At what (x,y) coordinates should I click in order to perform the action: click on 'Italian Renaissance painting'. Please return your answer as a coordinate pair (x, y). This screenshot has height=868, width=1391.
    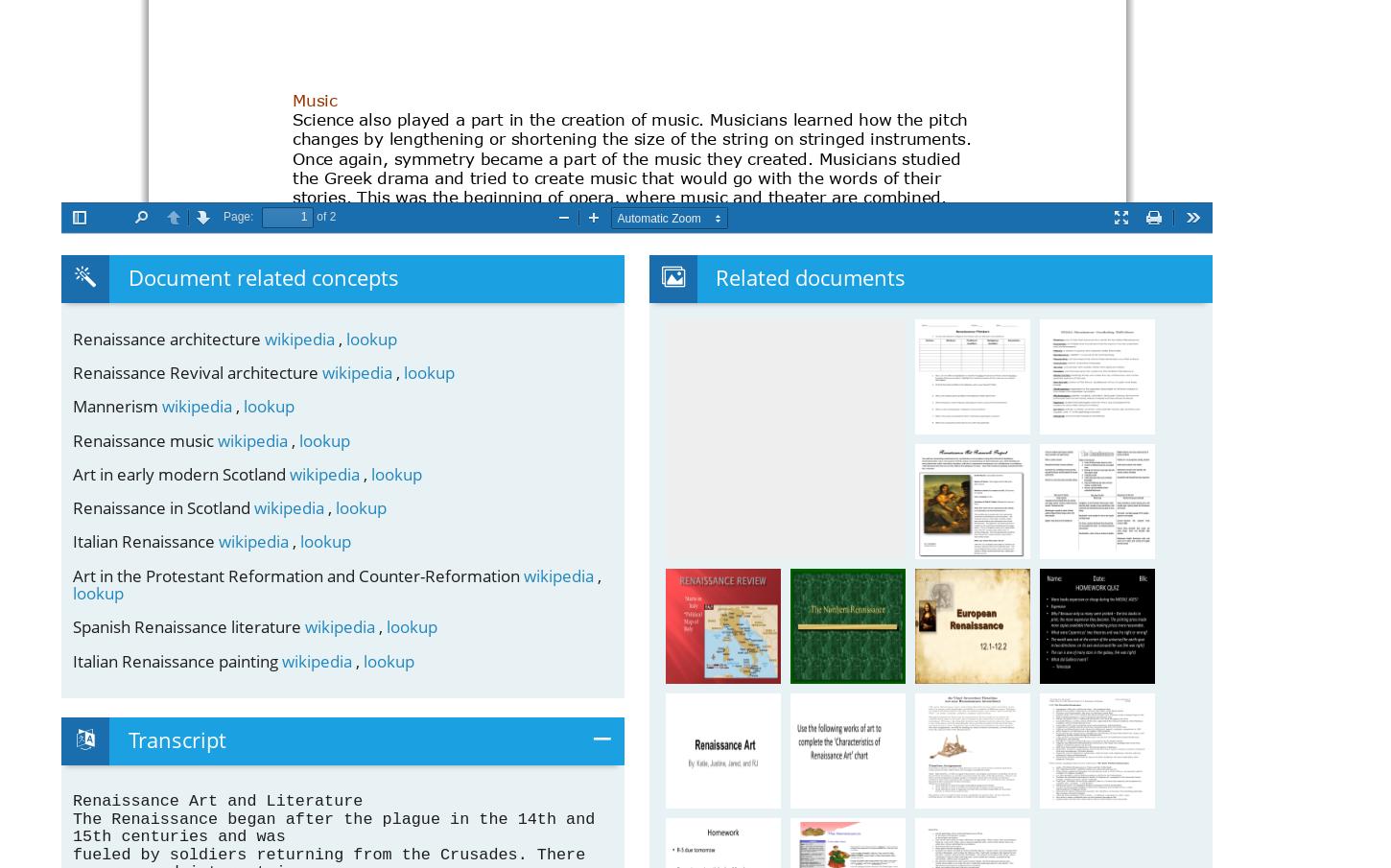
    Looking at the image, I should click on (177, 660).